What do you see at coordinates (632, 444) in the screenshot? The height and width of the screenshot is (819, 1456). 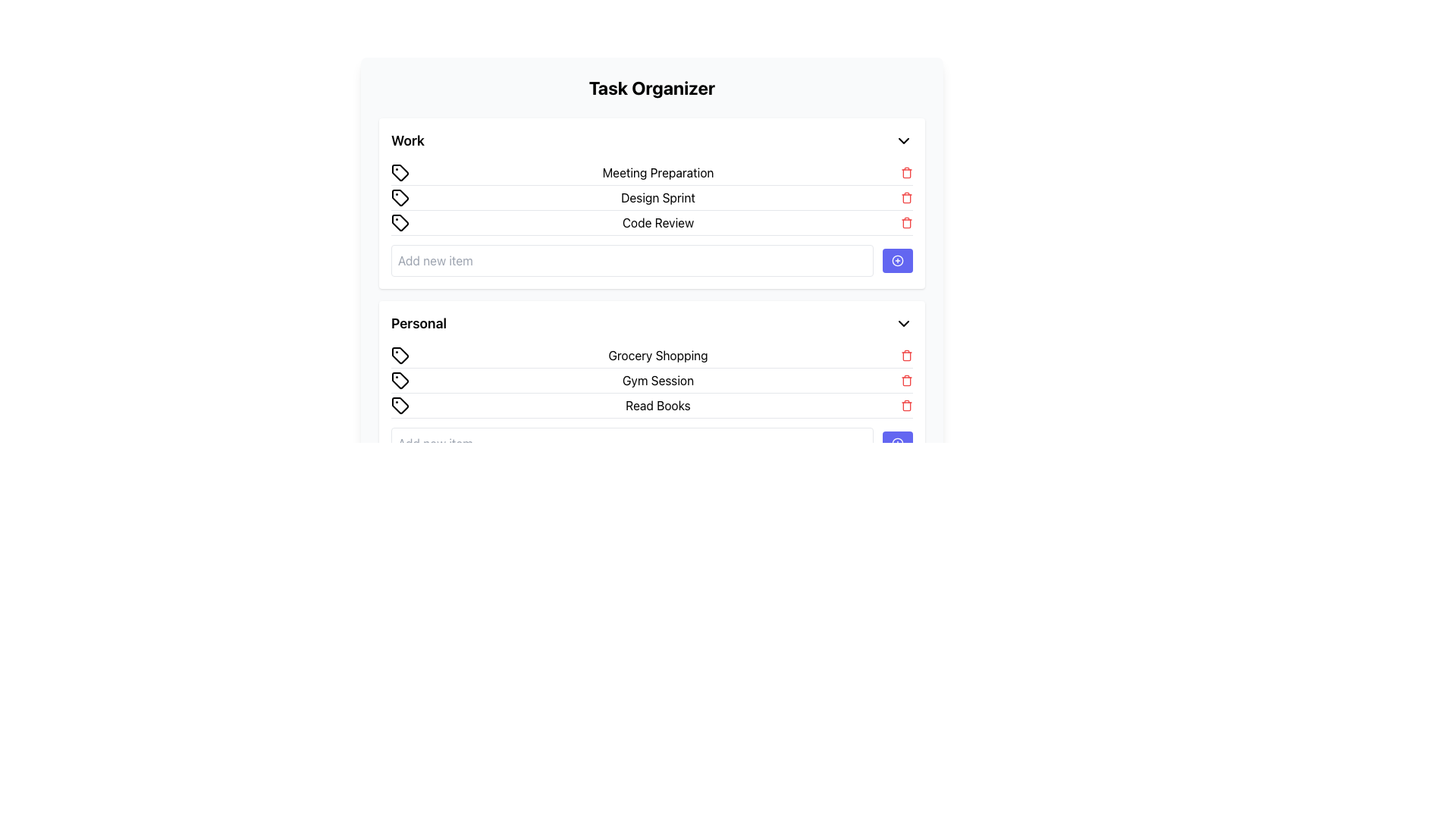 I see `to select text within the text input box labeled 'Add new item' located in the 'Personal' section of the interface` at bounding box center [632, 444].